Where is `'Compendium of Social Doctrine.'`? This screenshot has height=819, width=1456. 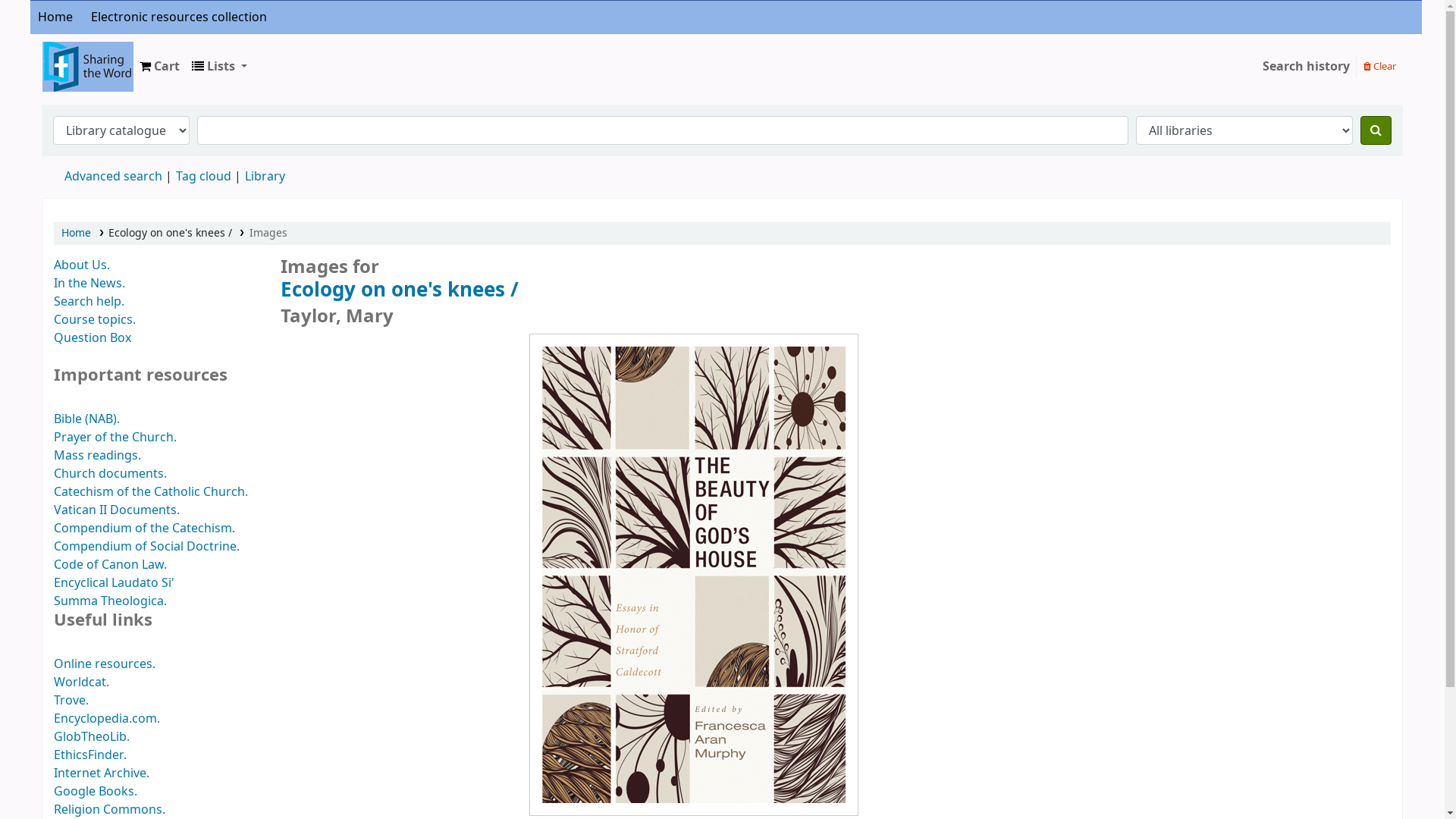 'Compendium of Social Doctrine.' is located at coordinates (146, 547).